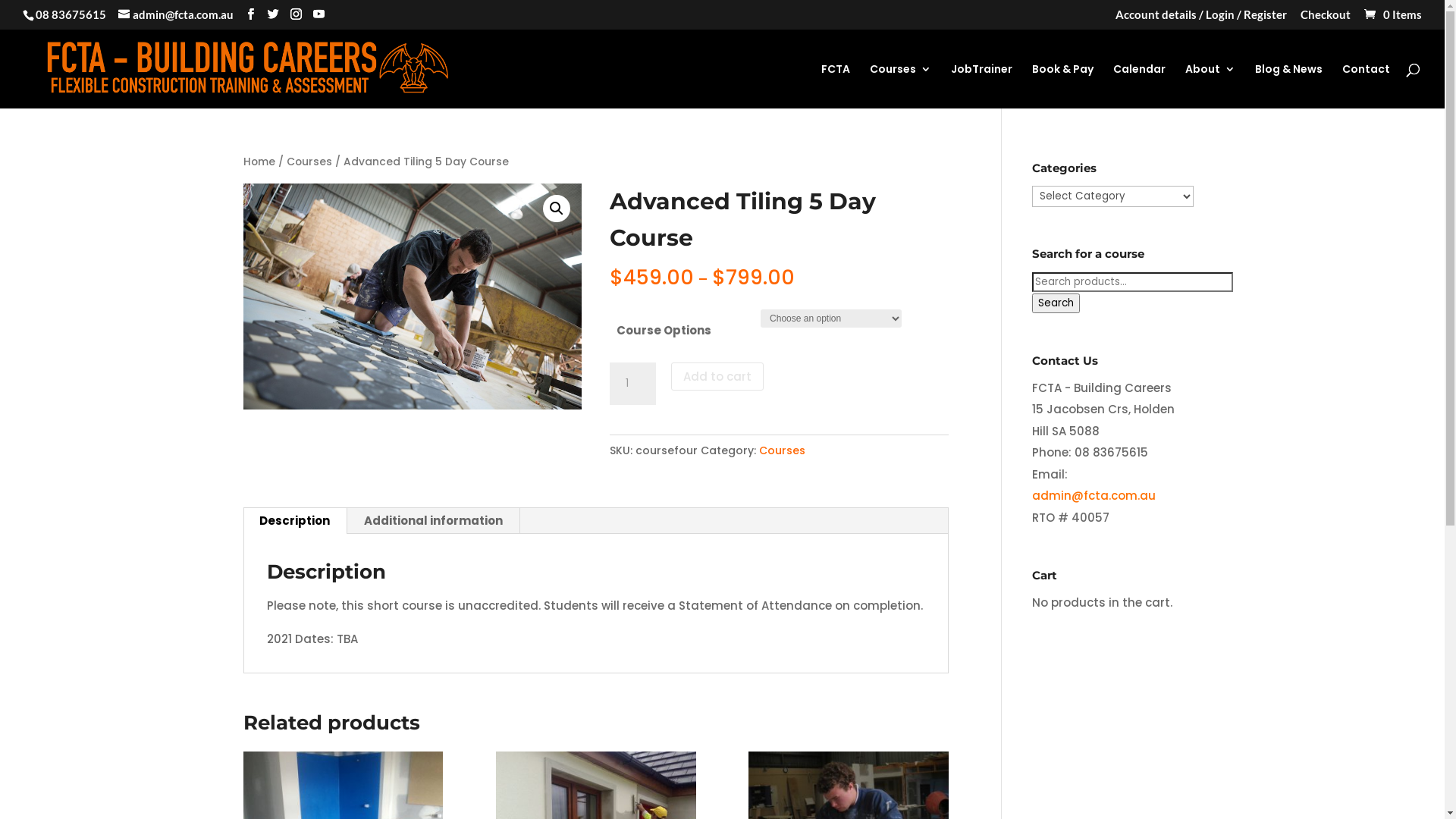  What do you see at coordinates (1288, 86) in the screenshot?
I see `'Blog & News'` at bounding box center [1288, 86].